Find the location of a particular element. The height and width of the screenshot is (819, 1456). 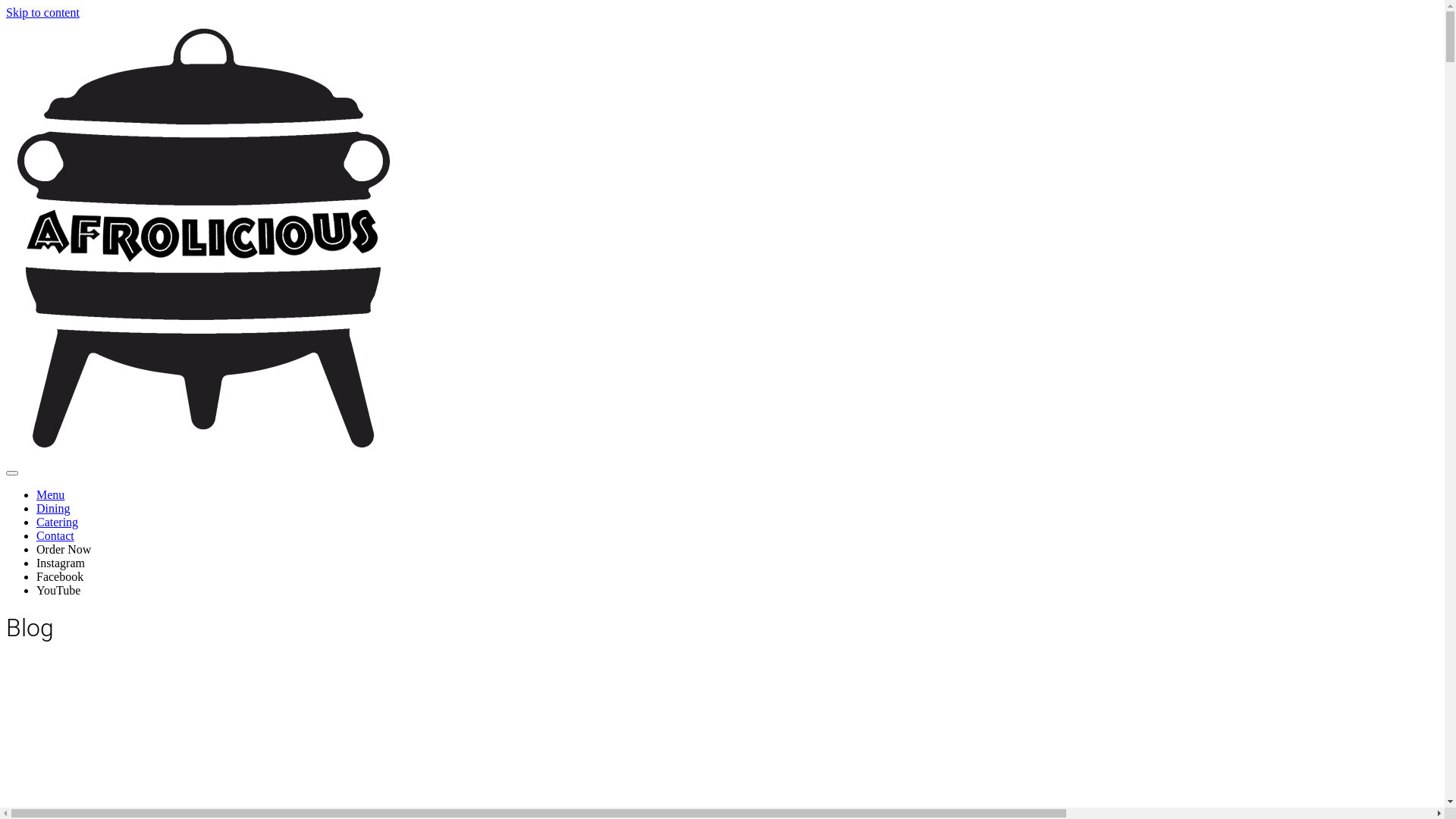

'Contact' is located at coordinates (55, 535).